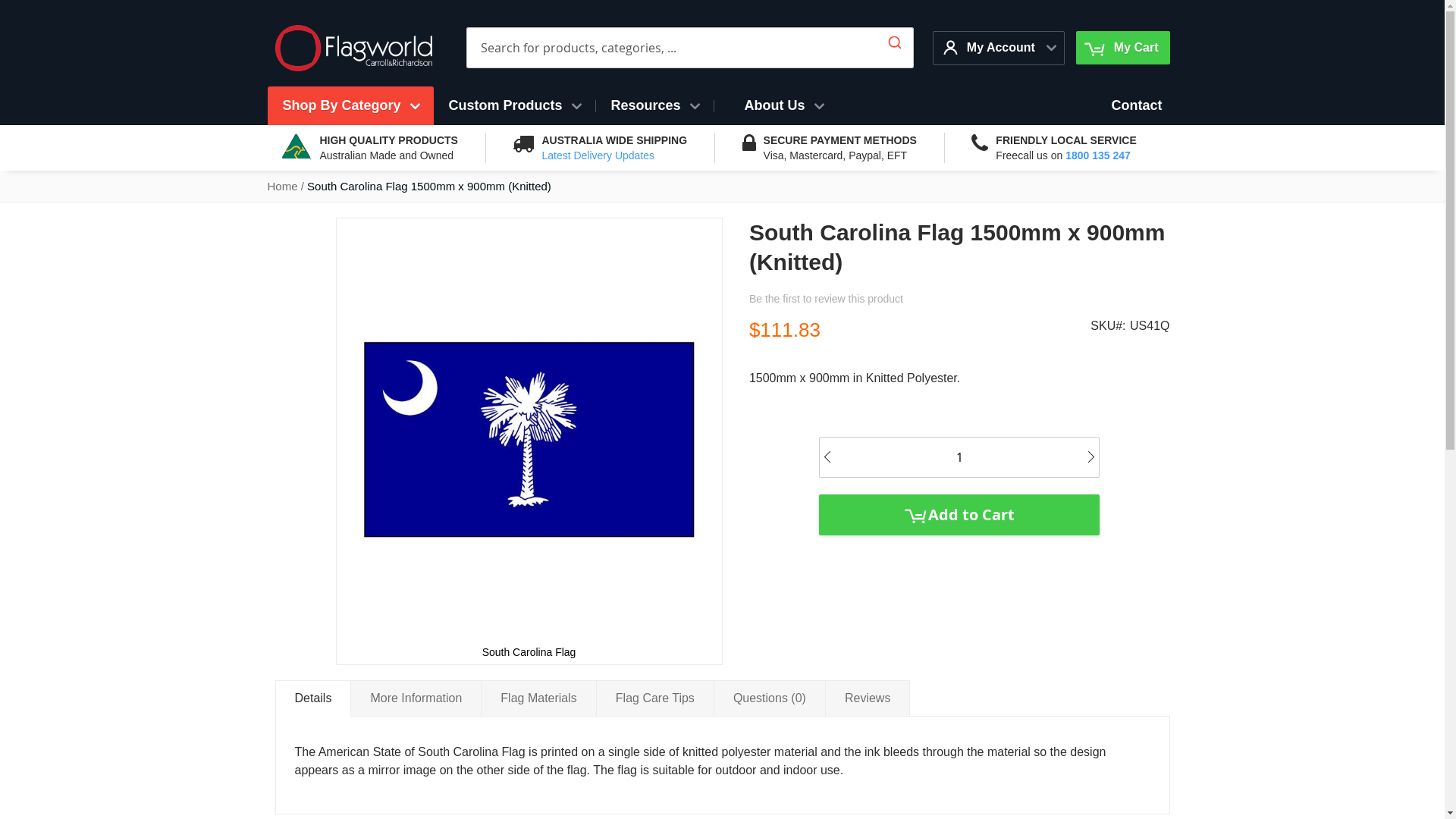 Image resolution: width=1456 pixels, height=819 pixels. Describe the element at coordinates (538, 698) in the screenshot. I see `'Flag Materials'` at that location.